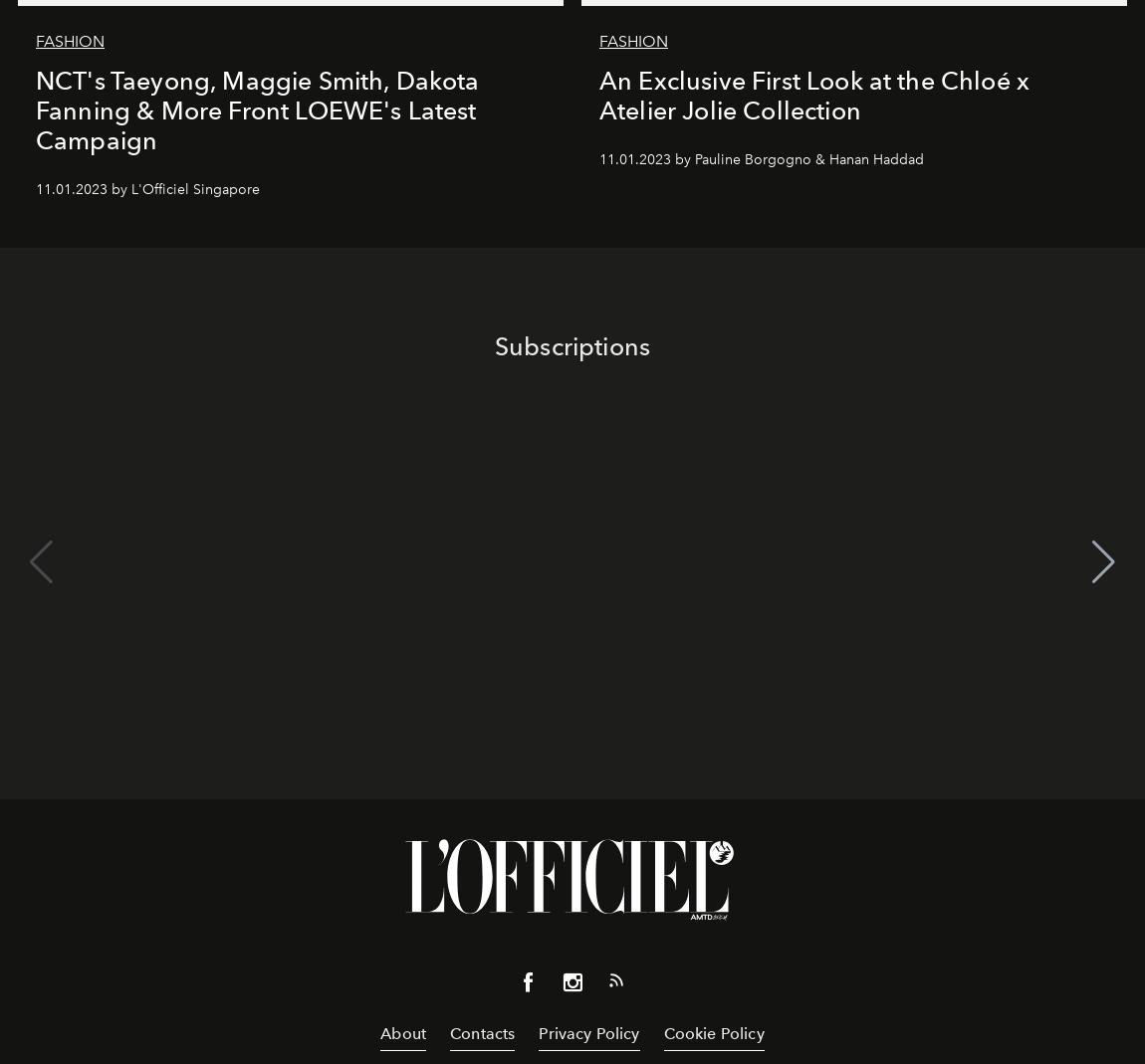 Image resolution: width=1145 pixels, height=1064 pixels. Describe the element at coordinates (812, 94) in the screenshot. I see `'An Exclusive First Look at the Chloé x Atelier Jolie Collection'` at that location.